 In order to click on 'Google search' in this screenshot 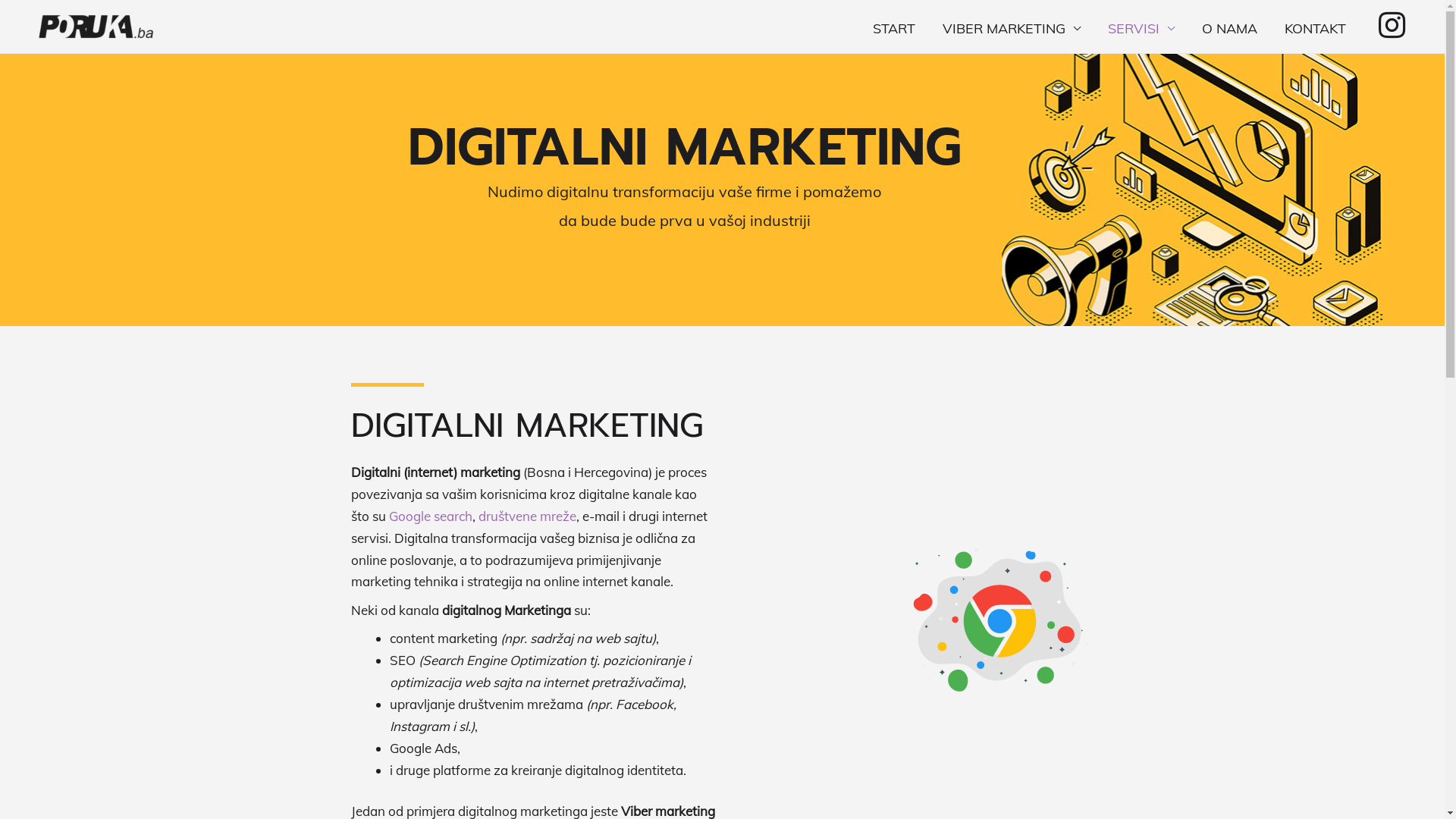, I will do `click(428, 515)`.